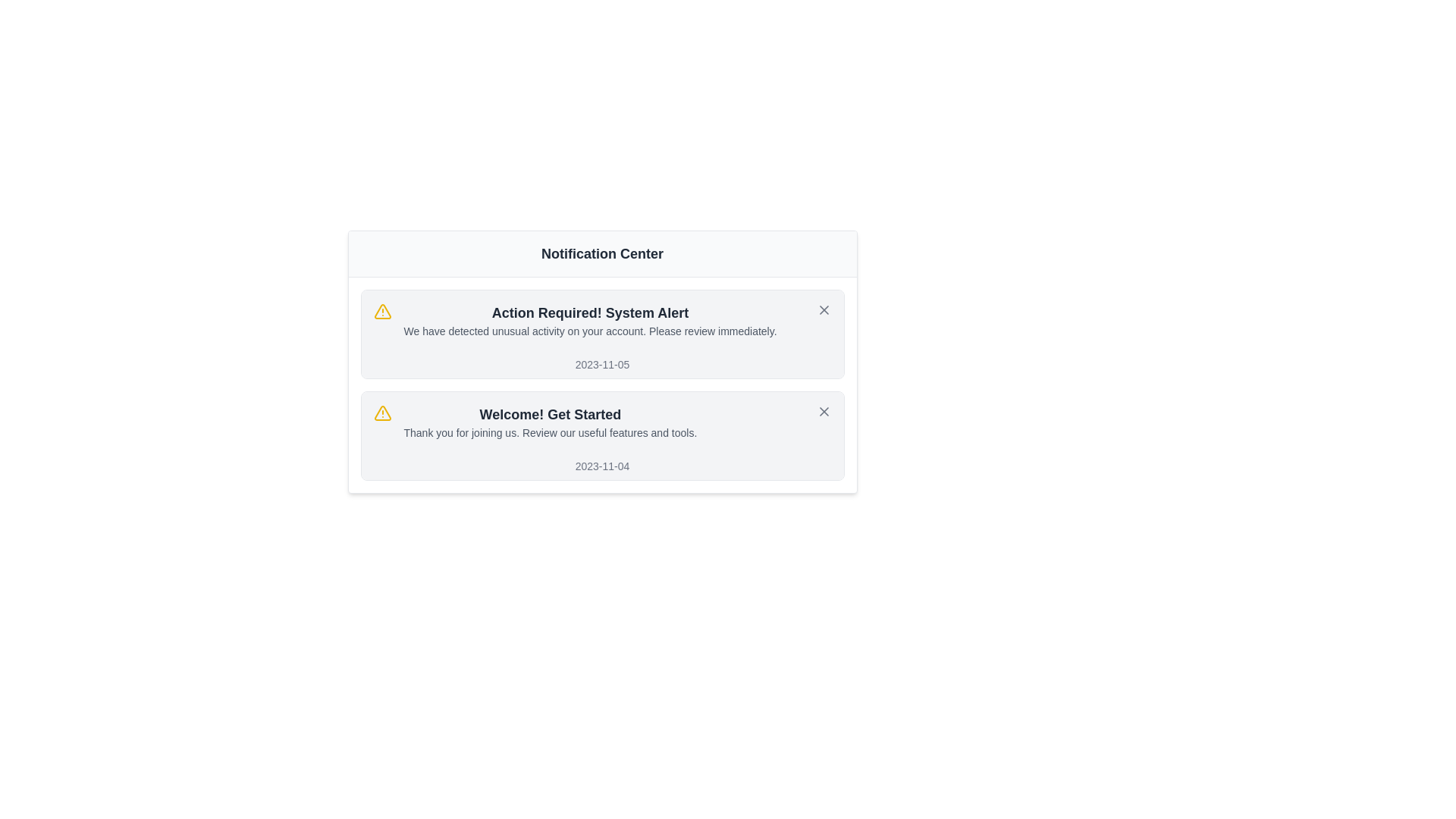  I want to click on text from the 'Notification Center' label, which is a bold and large dark gray text against a light gray background, located at the top of the interface, so click(601, 253).